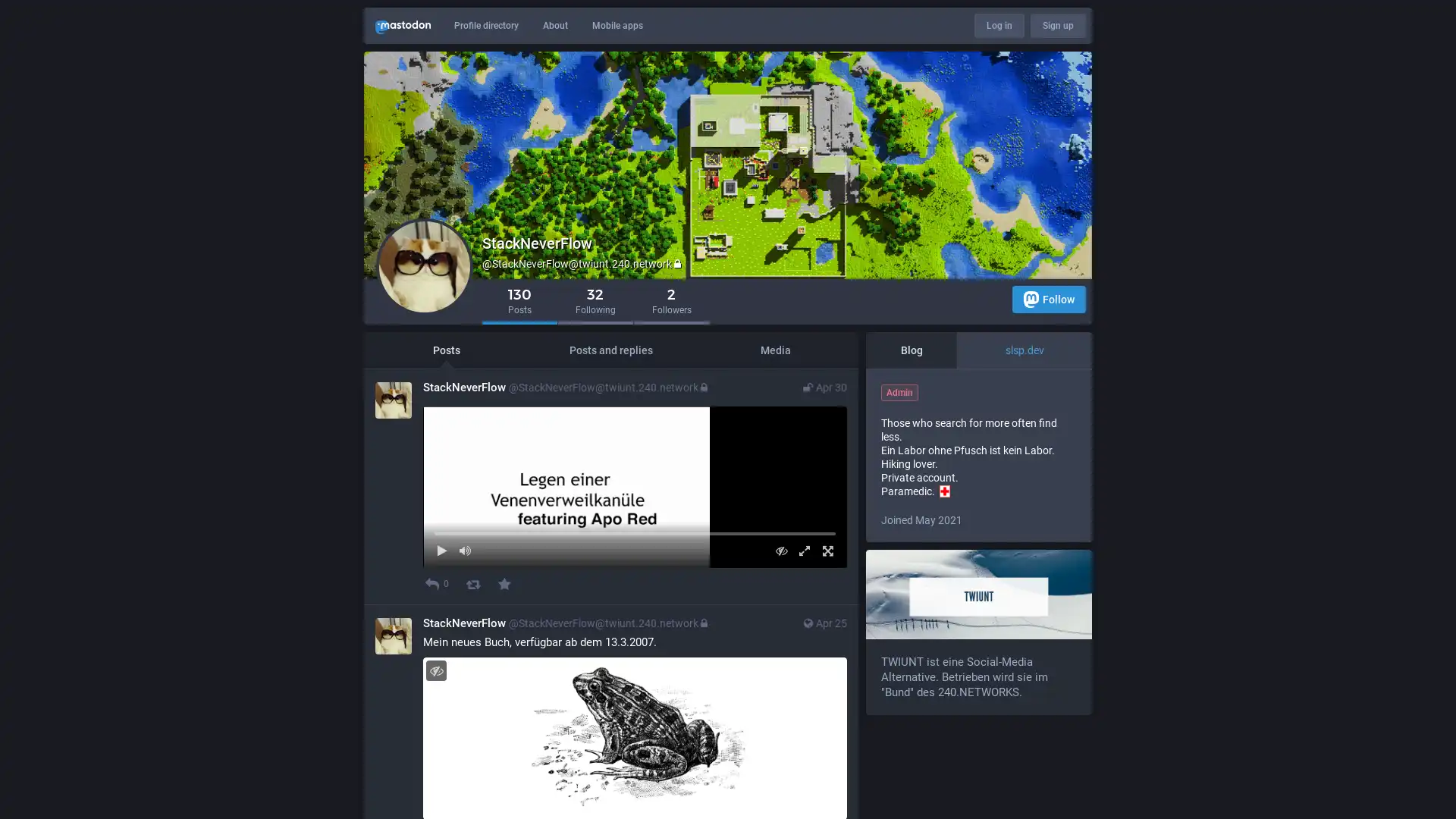 The height and width of the screenshot is (819, 1456). Describe the element at coordinates (781, 627) in the screenshot. I see `Hide video` at that location.